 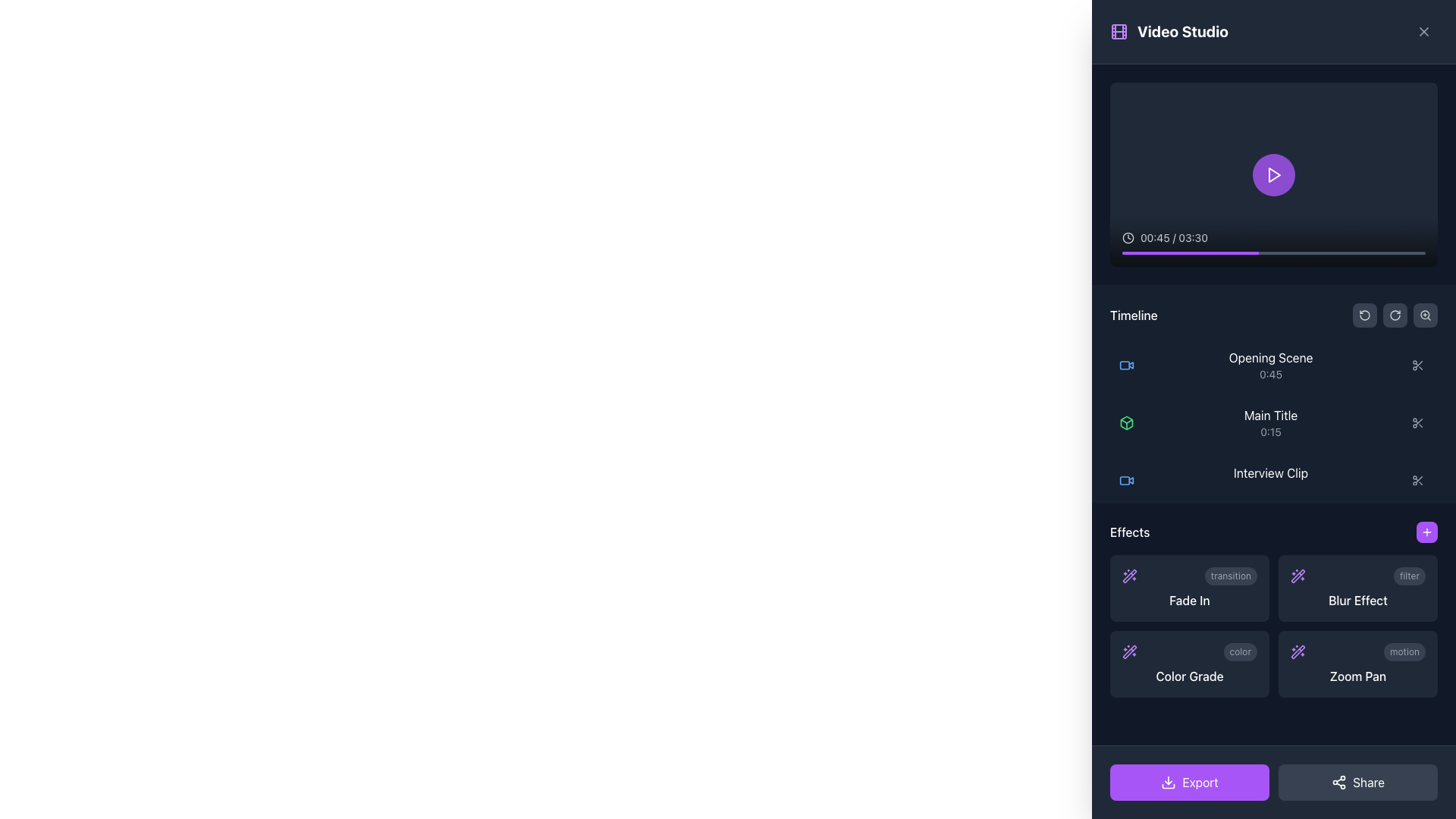 I want to click on the 'Blur Effect' text label in the Effects section, so click(x=1357, y=599).